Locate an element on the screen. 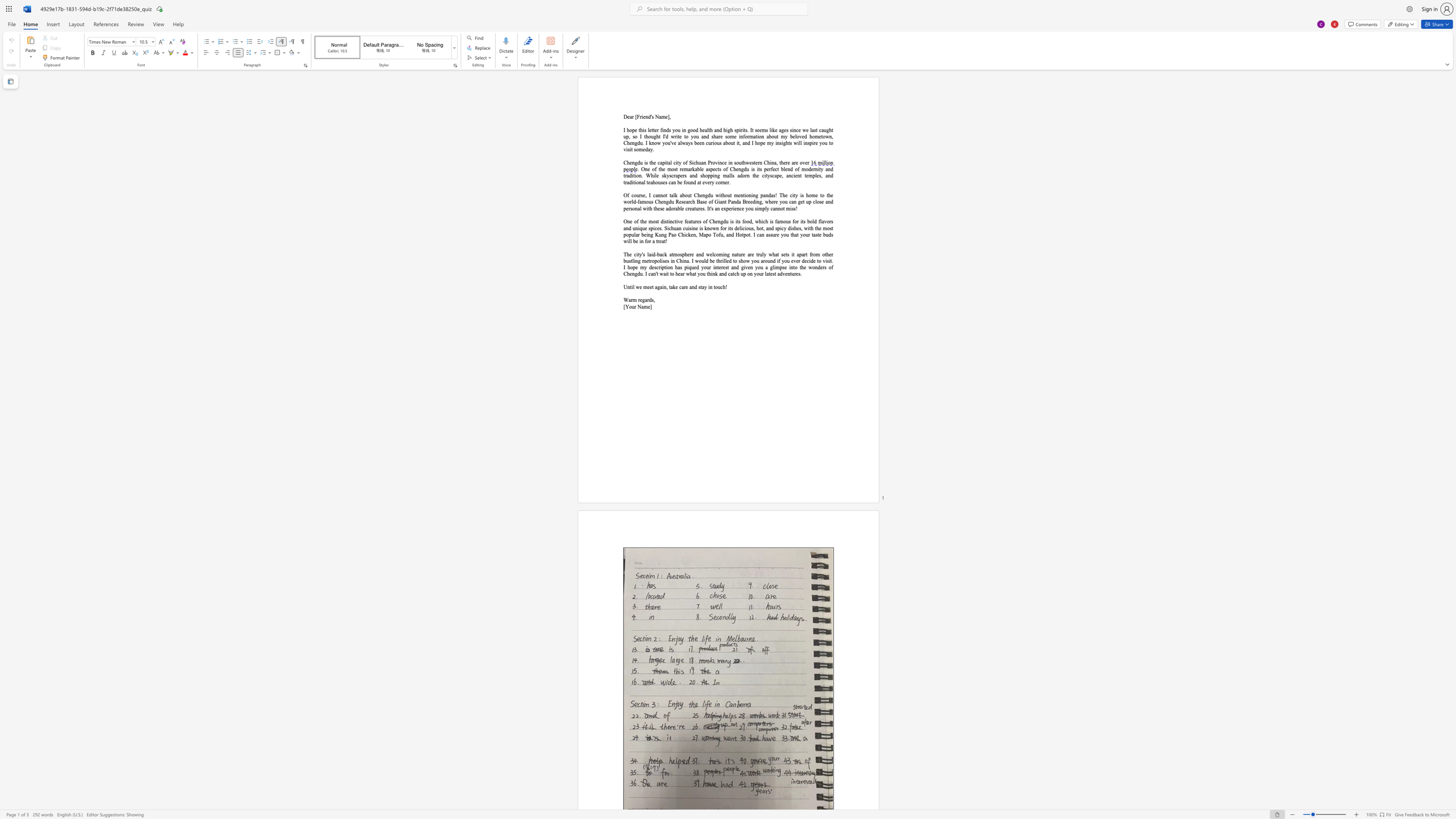  the space between the continuous character "e" and "e" in the text is located at coordinates (699, 142).